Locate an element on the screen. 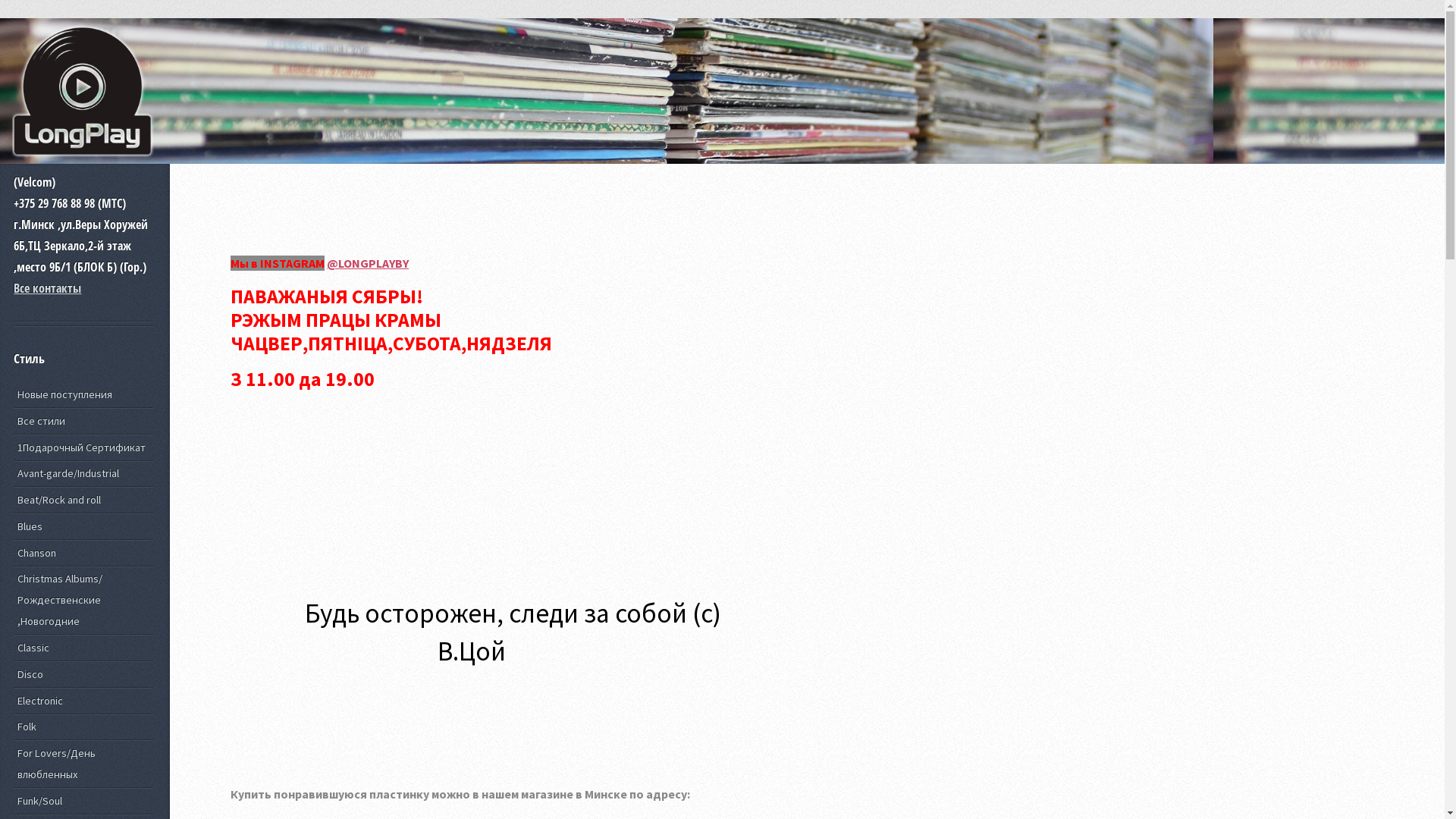  'Classic' is located at coordinates (14, 648).